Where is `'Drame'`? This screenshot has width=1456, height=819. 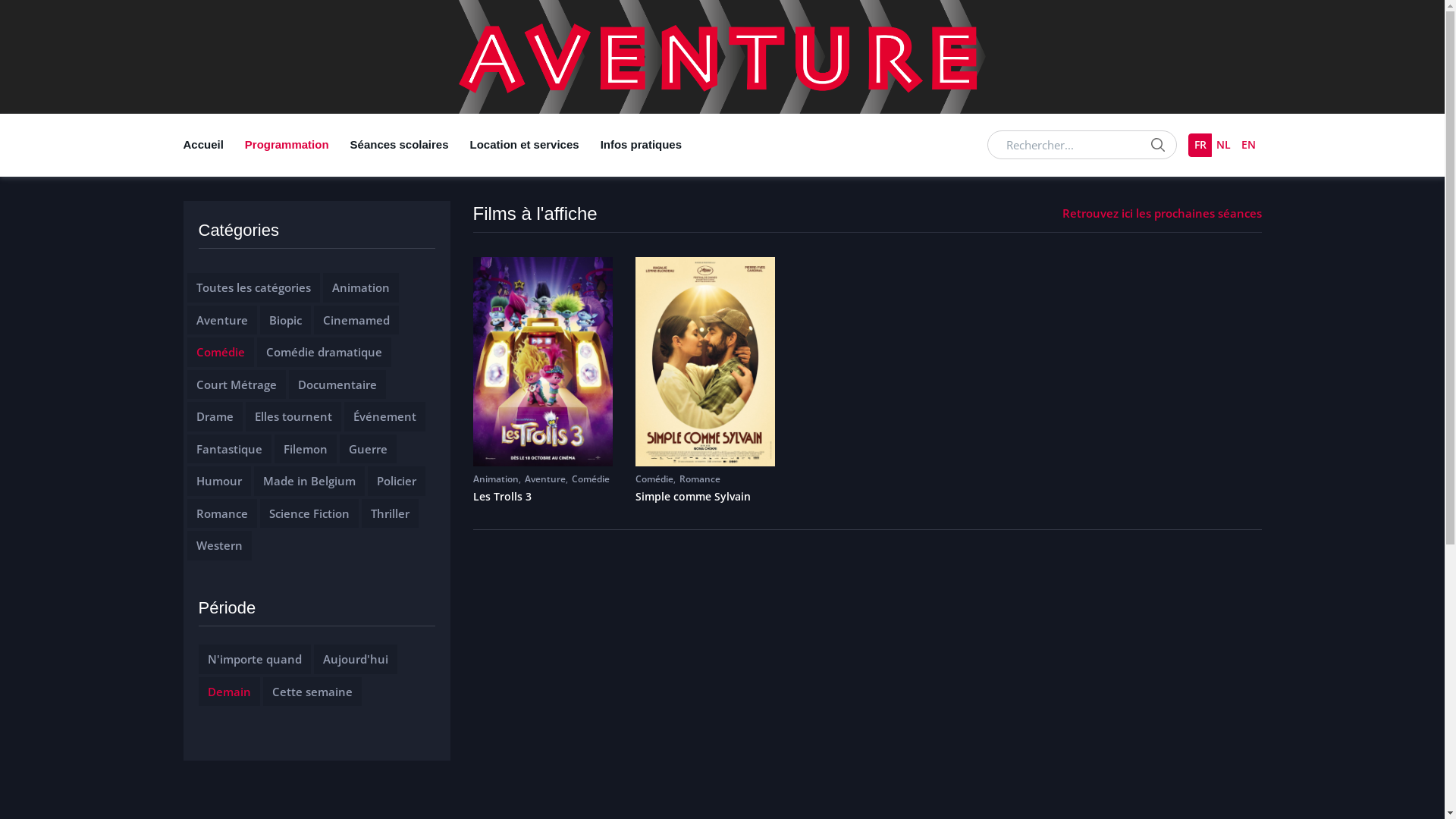
'Drame' is located at coordinates (213, 416).